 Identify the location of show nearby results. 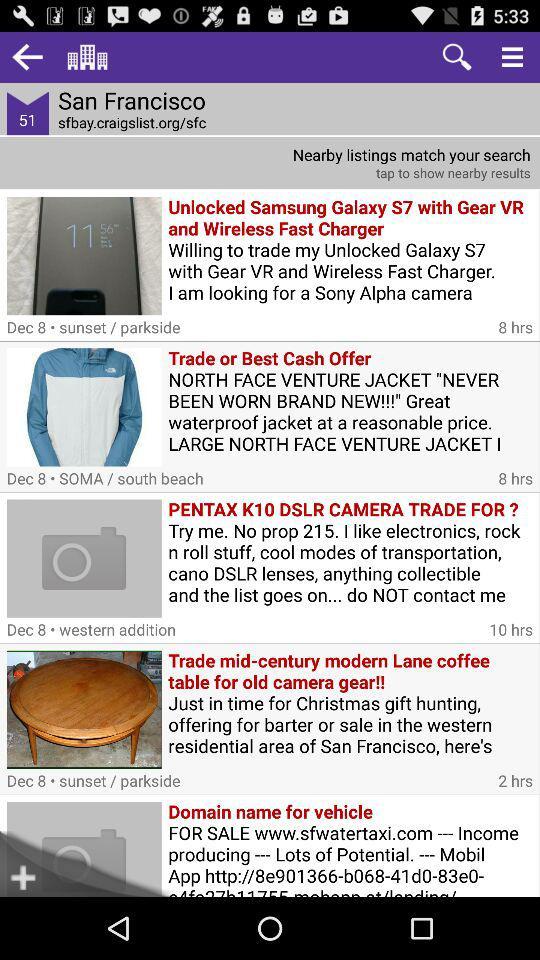
(270, 162).